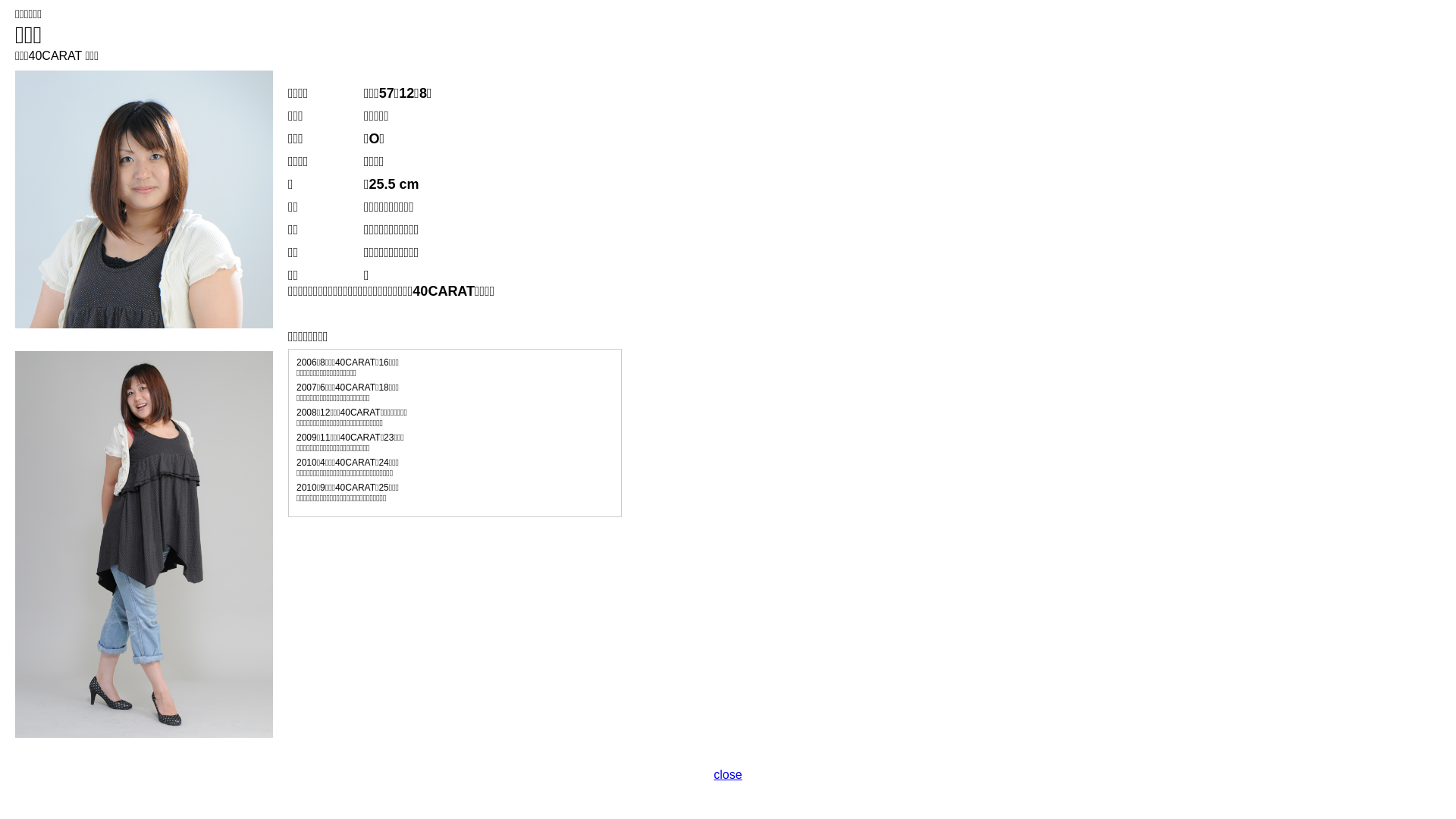 This screenshot has height=819, width=1456. Describe the element at coordinates (726, 774) in the screenshot. I see `'close'` at that location.